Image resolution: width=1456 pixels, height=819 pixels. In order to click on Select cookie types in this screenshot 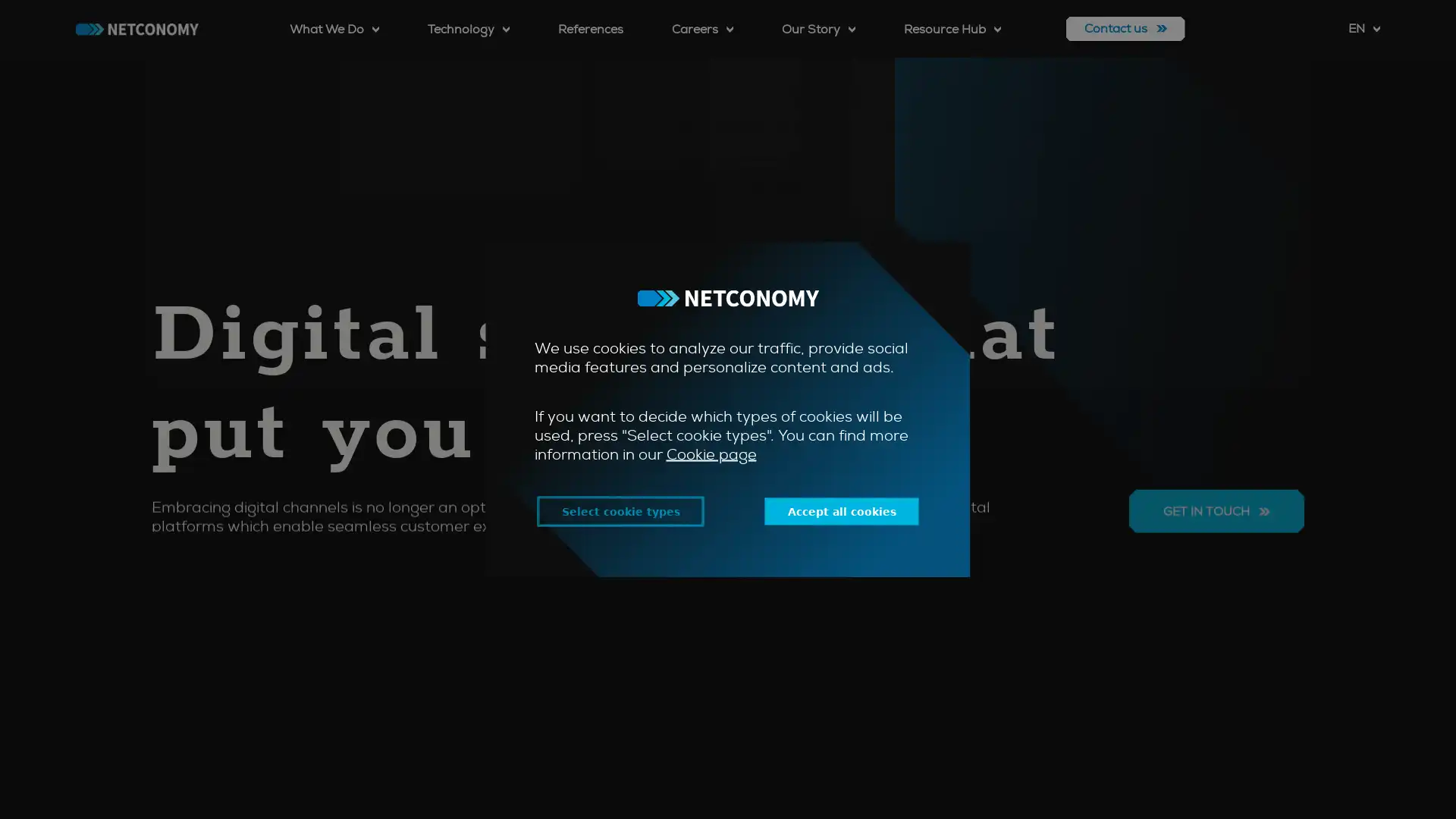, I will do `click(607, 511)`.